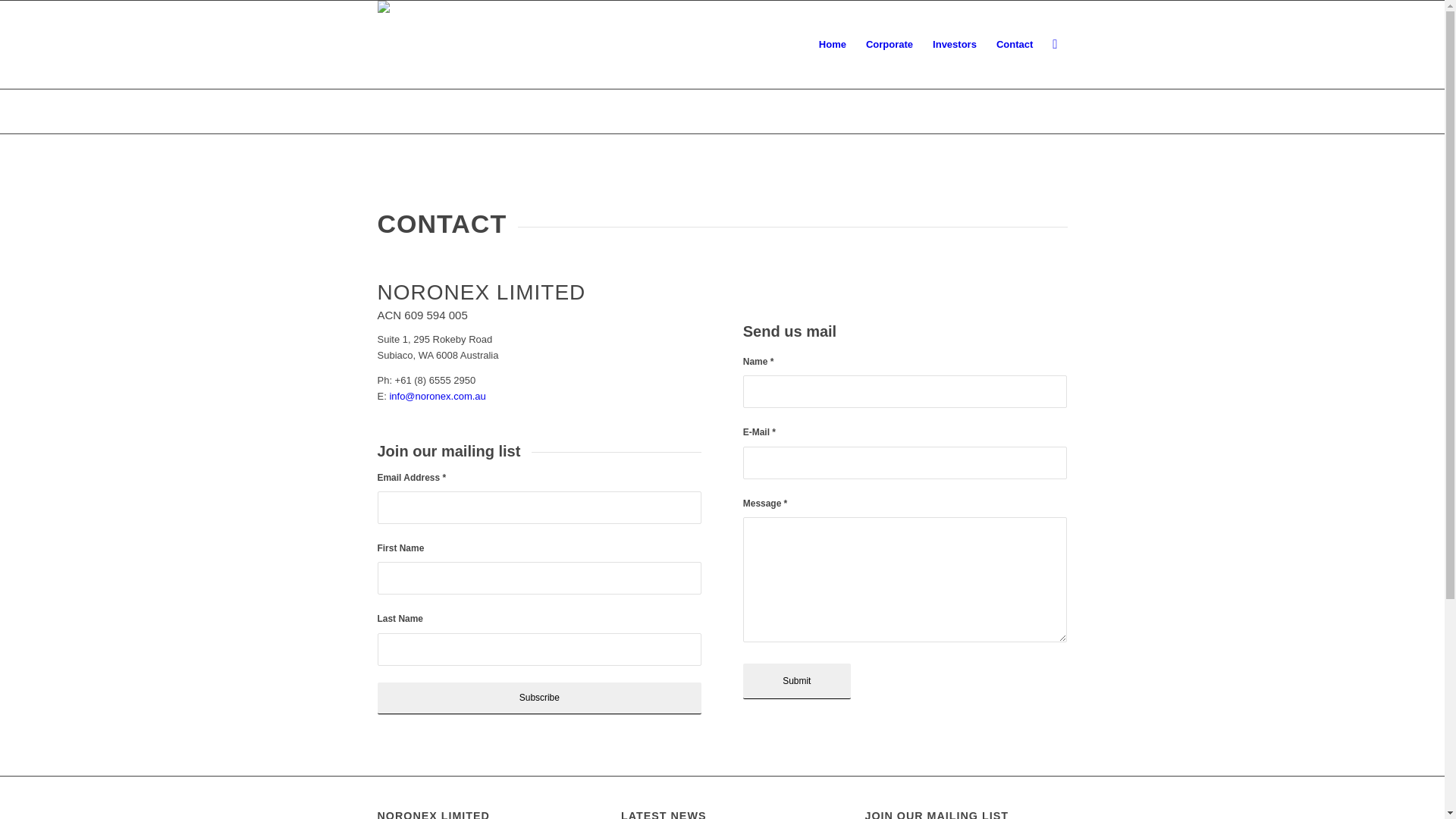  What do you see at coordinates (436, 395) in the screenshot?
I see `'info@noronex.com.au'` at bounding box center [436, 395].